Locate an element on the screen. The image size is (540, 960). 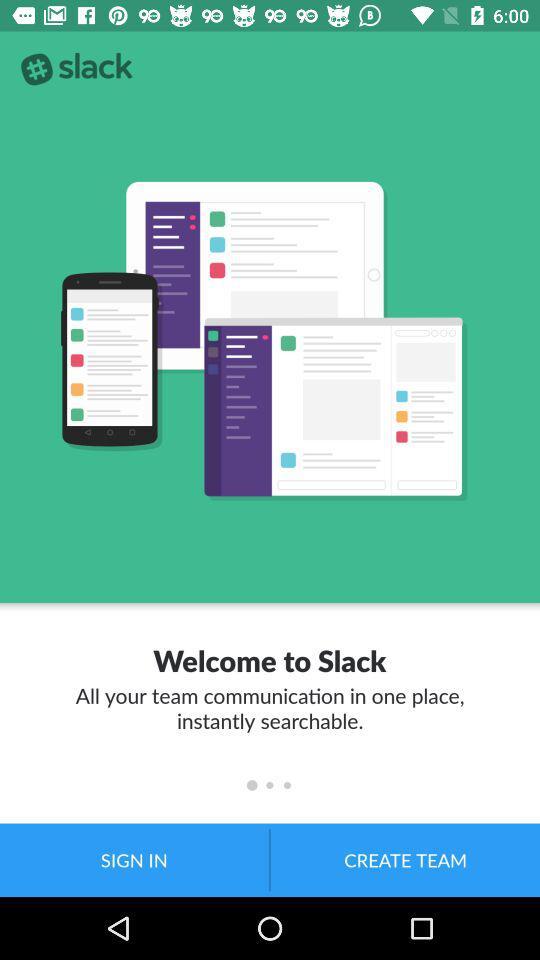
the sign in icon is located at coordinates (134, 859).